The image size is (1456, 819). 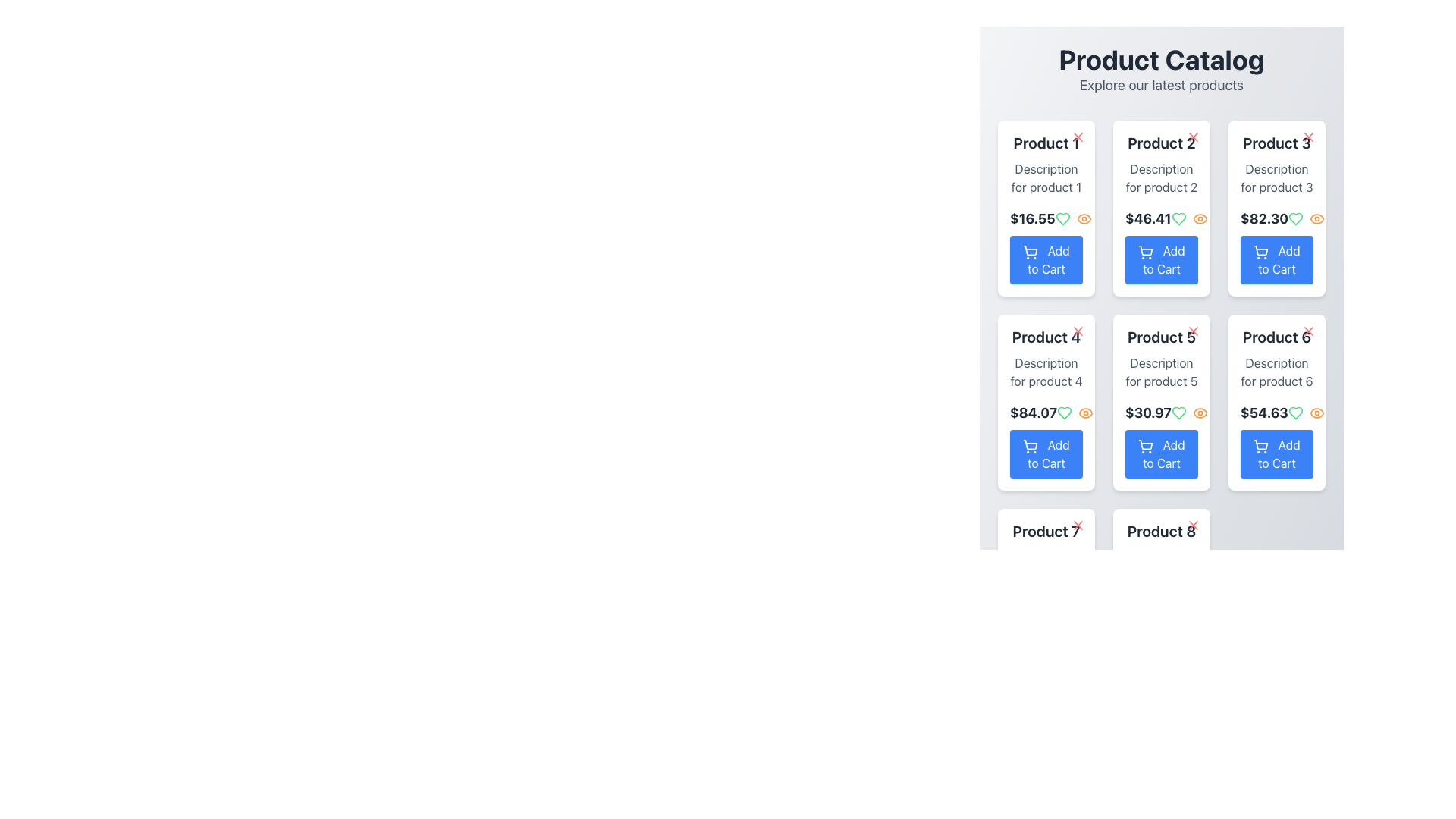 What do you see at coordinates (1189, 413) in the screenshot?
I see `the eye icon on the right side of the icon group, which is styled in orange` at bounding box center [1189, 413].